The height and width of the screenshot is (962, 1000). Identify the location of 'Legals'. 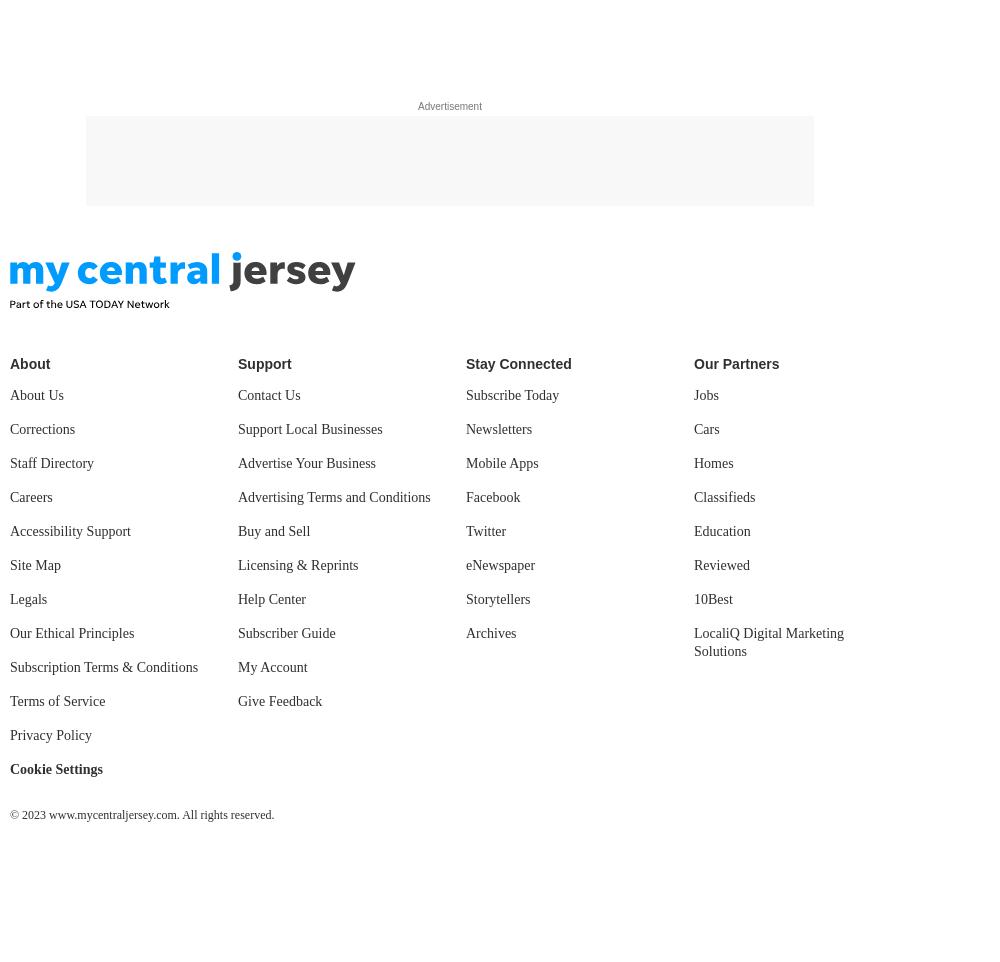
(28, 598).